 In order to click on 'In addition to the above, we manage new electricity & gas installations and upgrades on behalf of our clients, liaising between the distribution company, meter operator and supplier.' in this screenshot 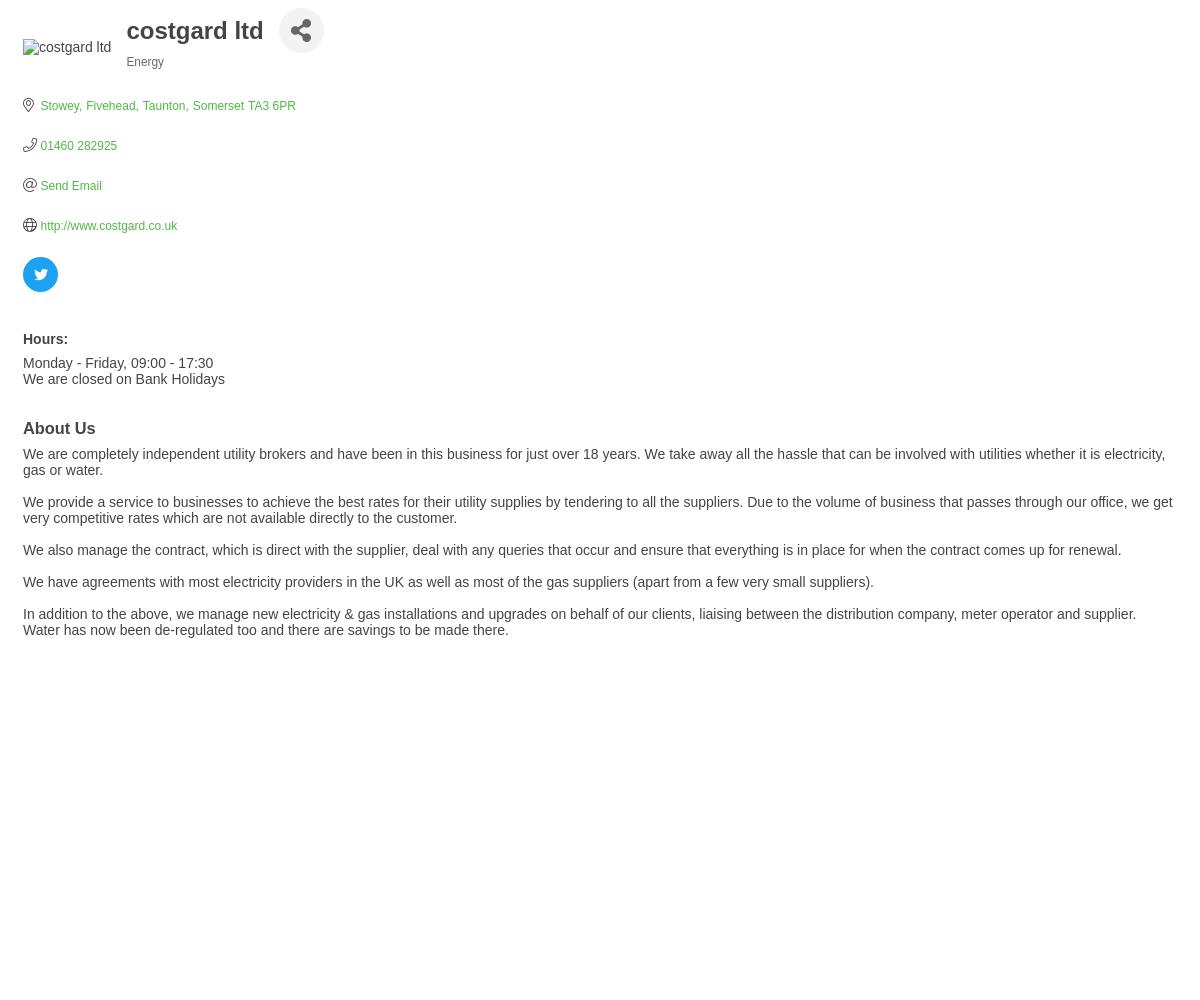, I will do `click(23, 613)`.